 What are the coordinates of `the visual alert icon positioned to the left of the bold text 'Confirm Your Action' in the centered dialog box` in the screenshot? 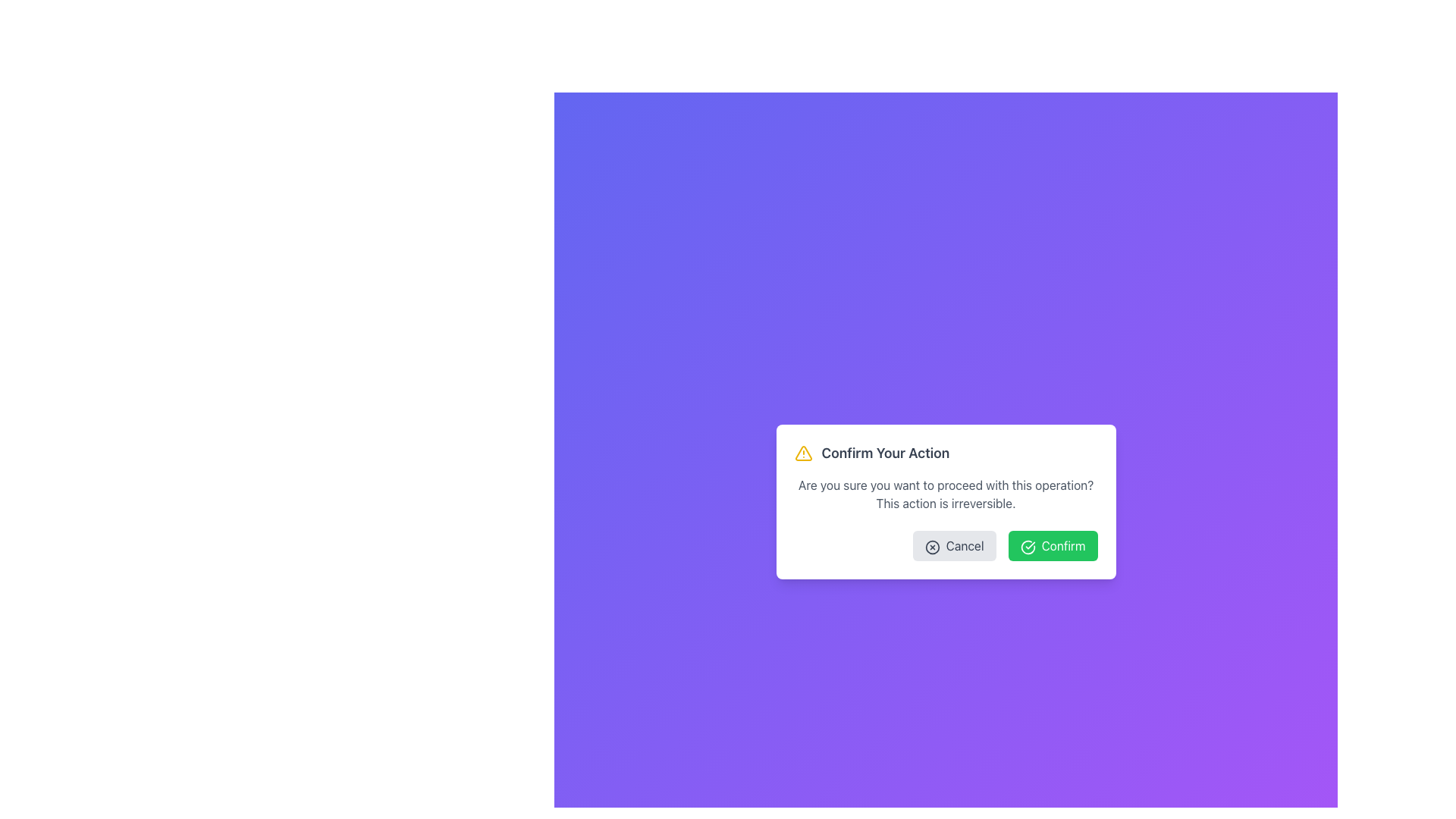 It's located at (802, 452).